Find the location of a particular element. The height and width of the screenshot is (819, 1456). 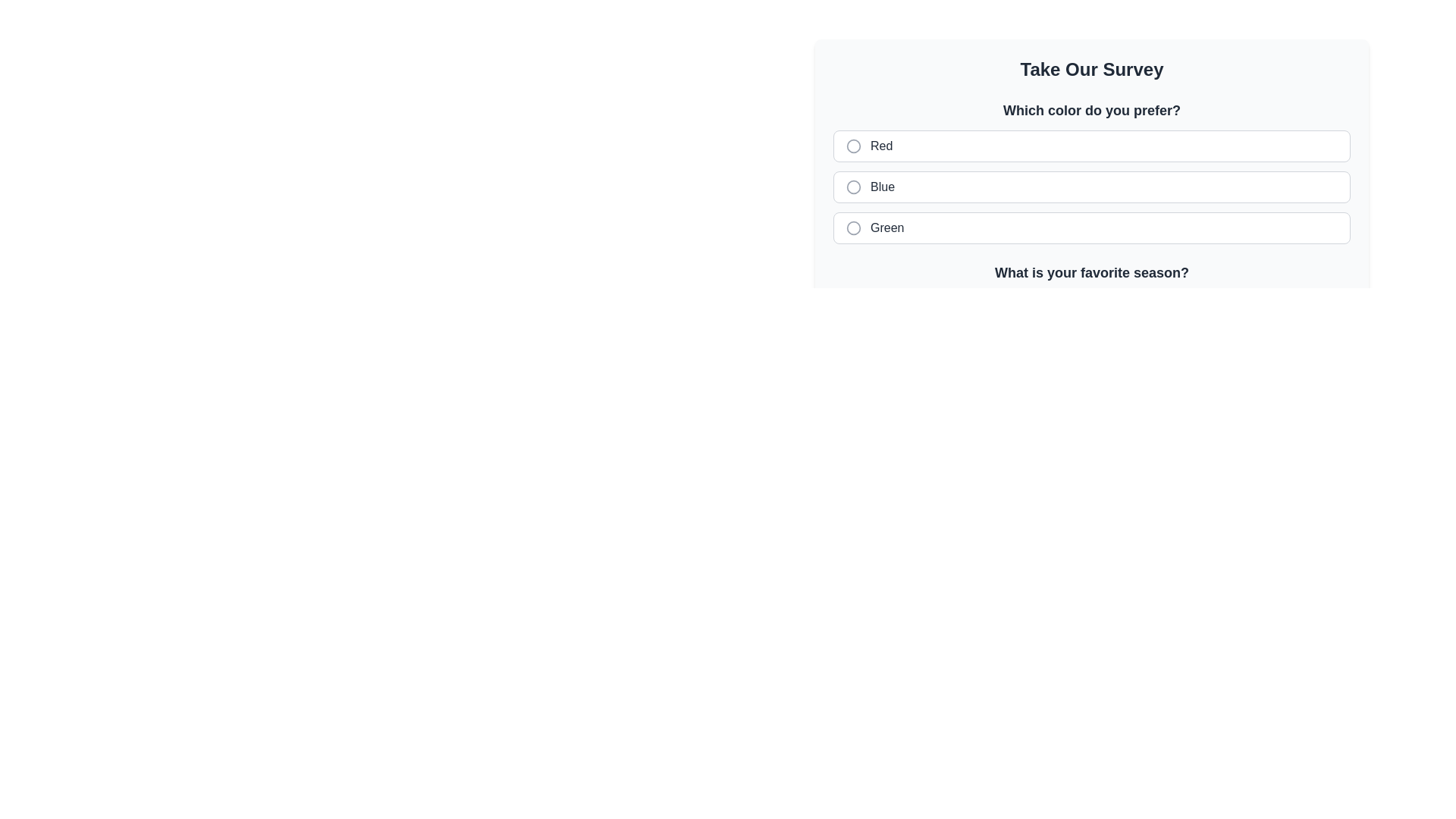

the unselected radio button for 'Green' is located at coordinates (854, 227).